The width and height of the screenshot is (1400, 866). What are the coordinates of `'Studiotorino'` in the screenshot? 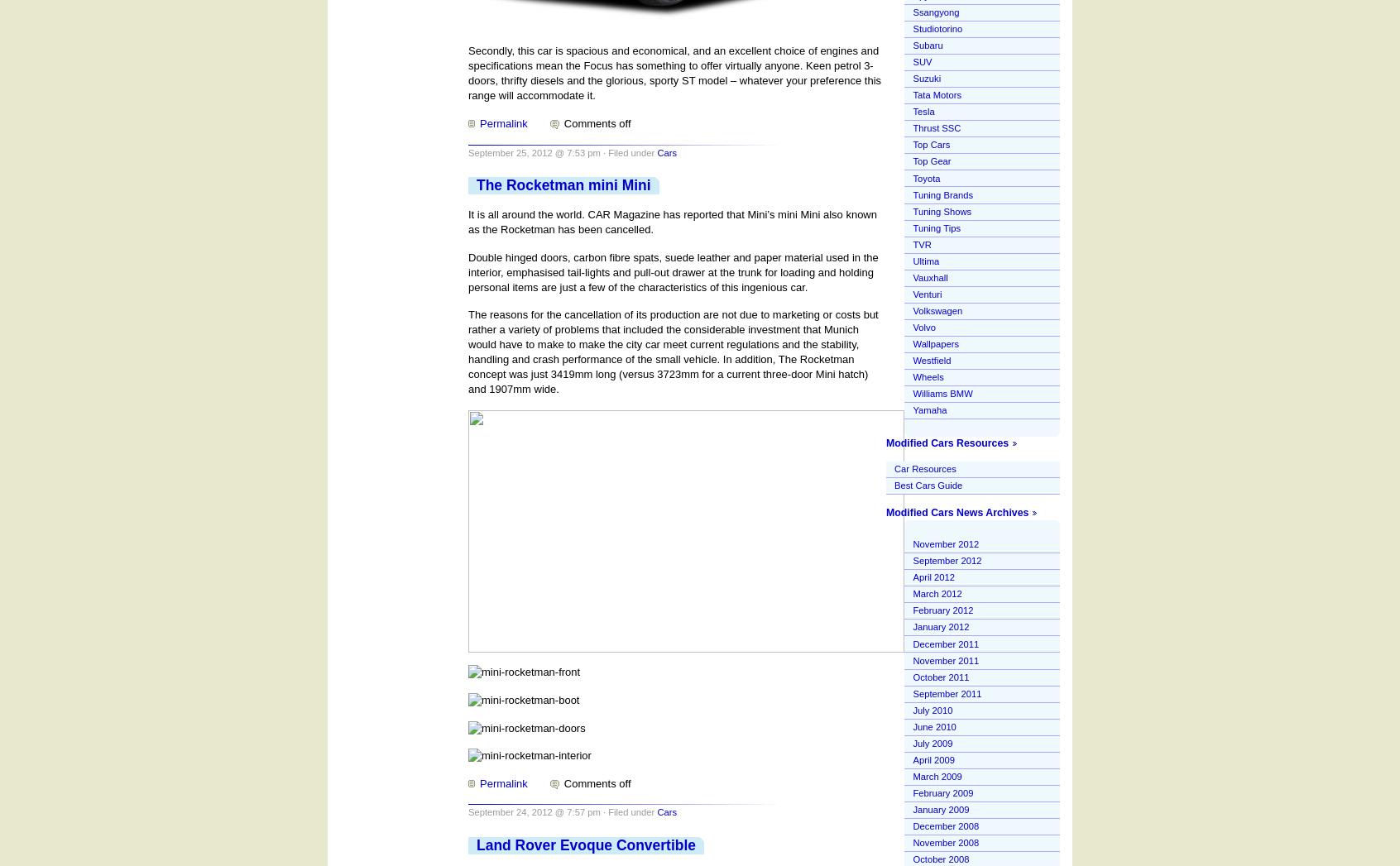 It's located at (936, 27).